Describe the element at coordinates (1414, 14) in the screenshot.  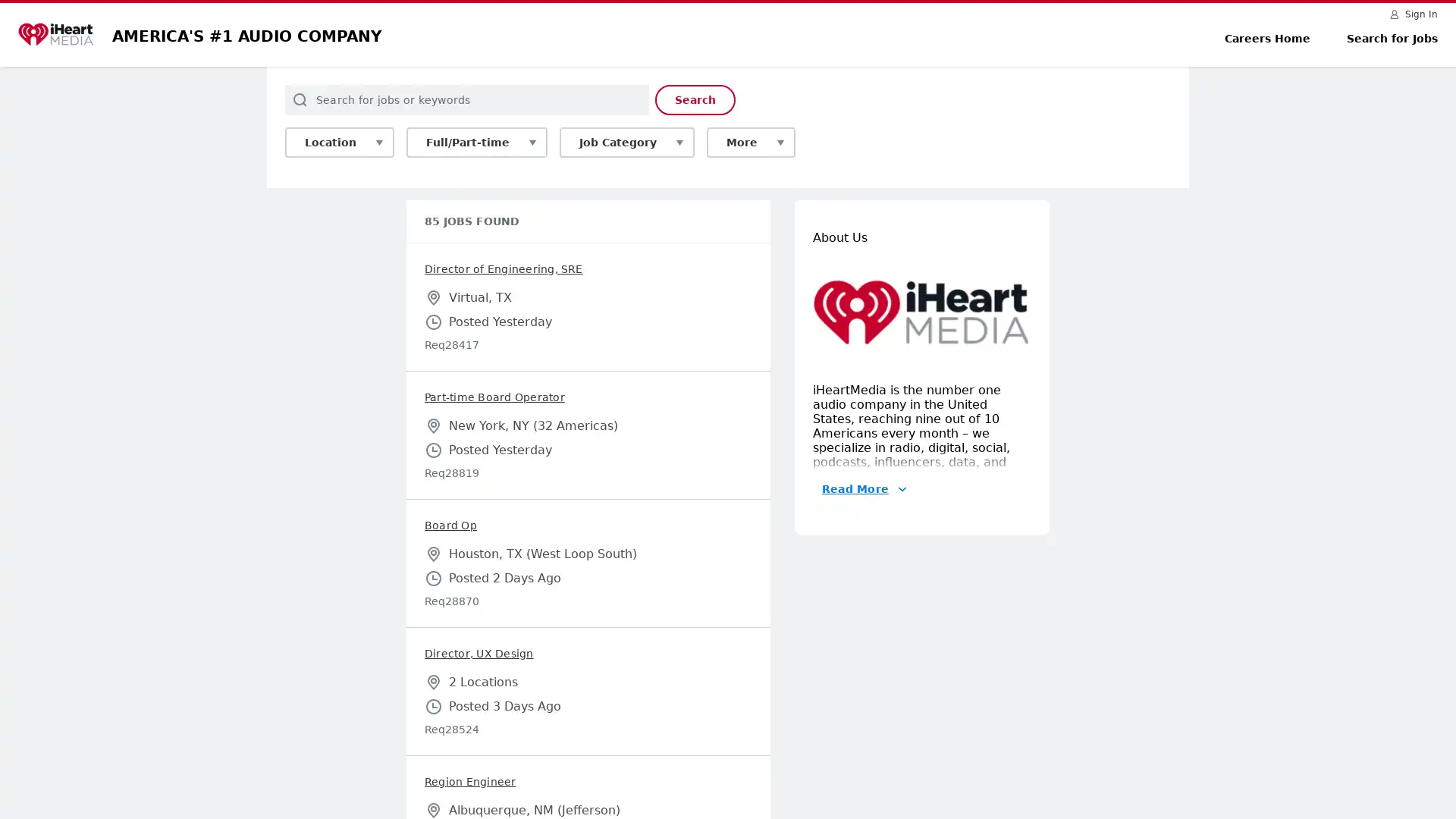
I see `Sign In` at that location.